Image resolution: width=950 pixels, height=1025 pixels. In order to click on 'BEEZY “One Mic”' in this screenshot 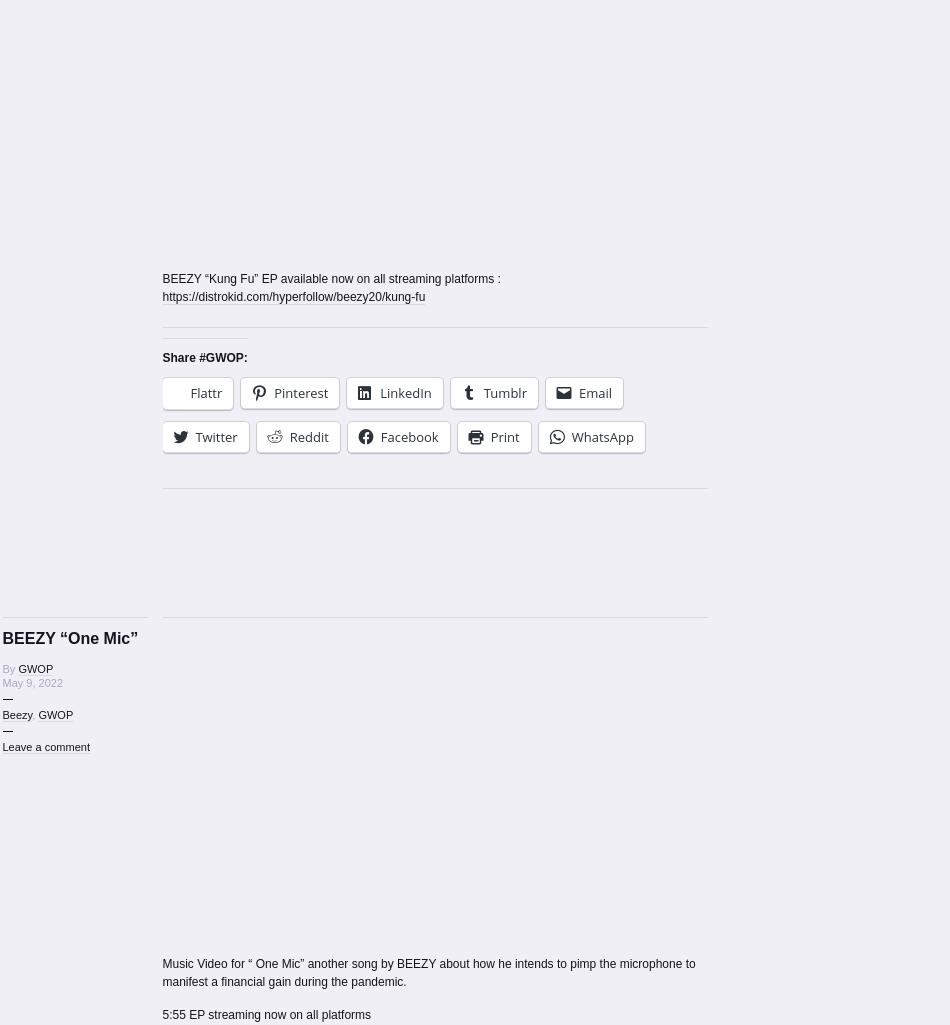, I will do `click(70, 636)`.